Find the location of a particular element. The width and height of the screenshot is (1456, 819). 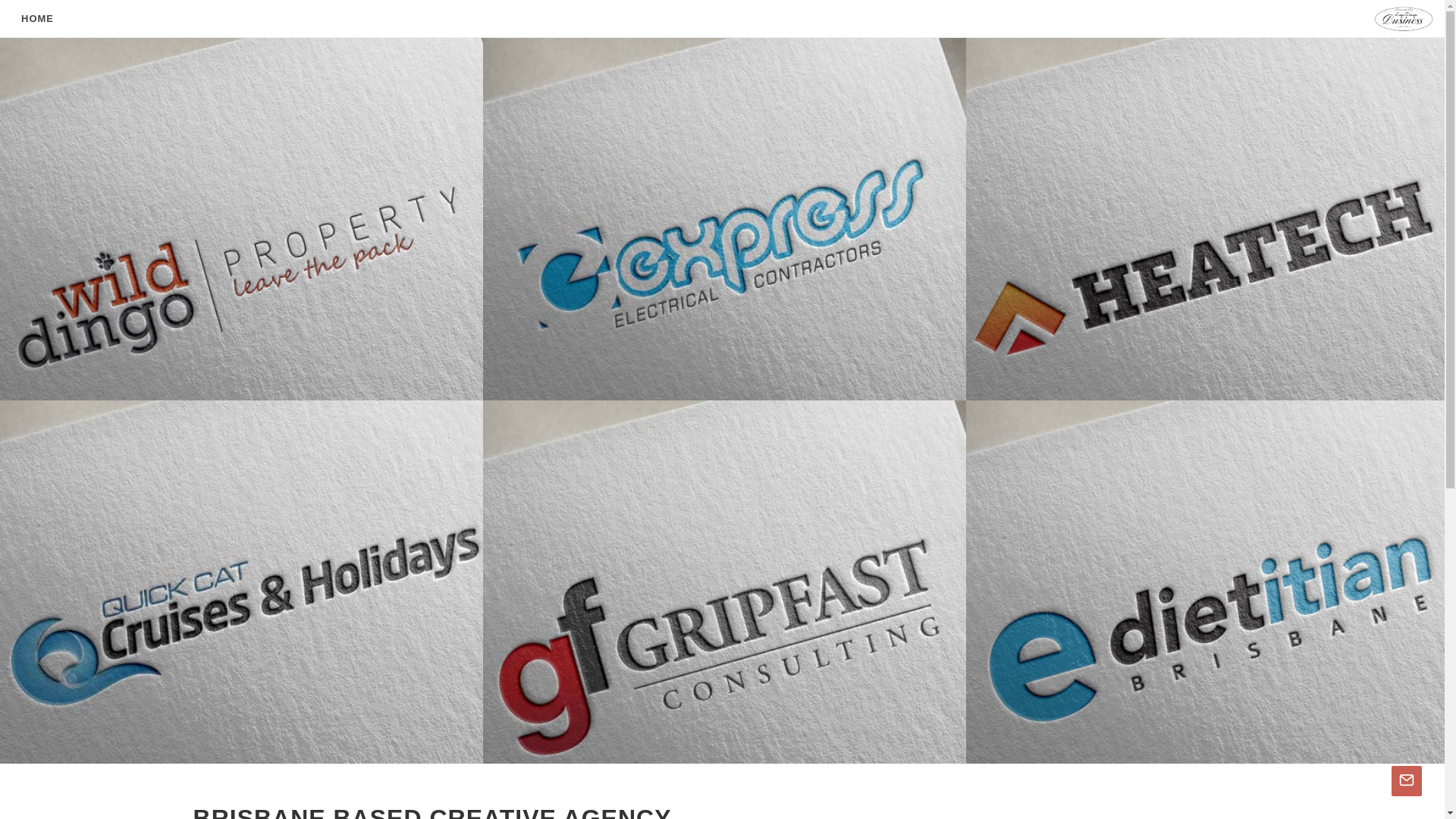

'HOME' is located at coordinates (37, 18).